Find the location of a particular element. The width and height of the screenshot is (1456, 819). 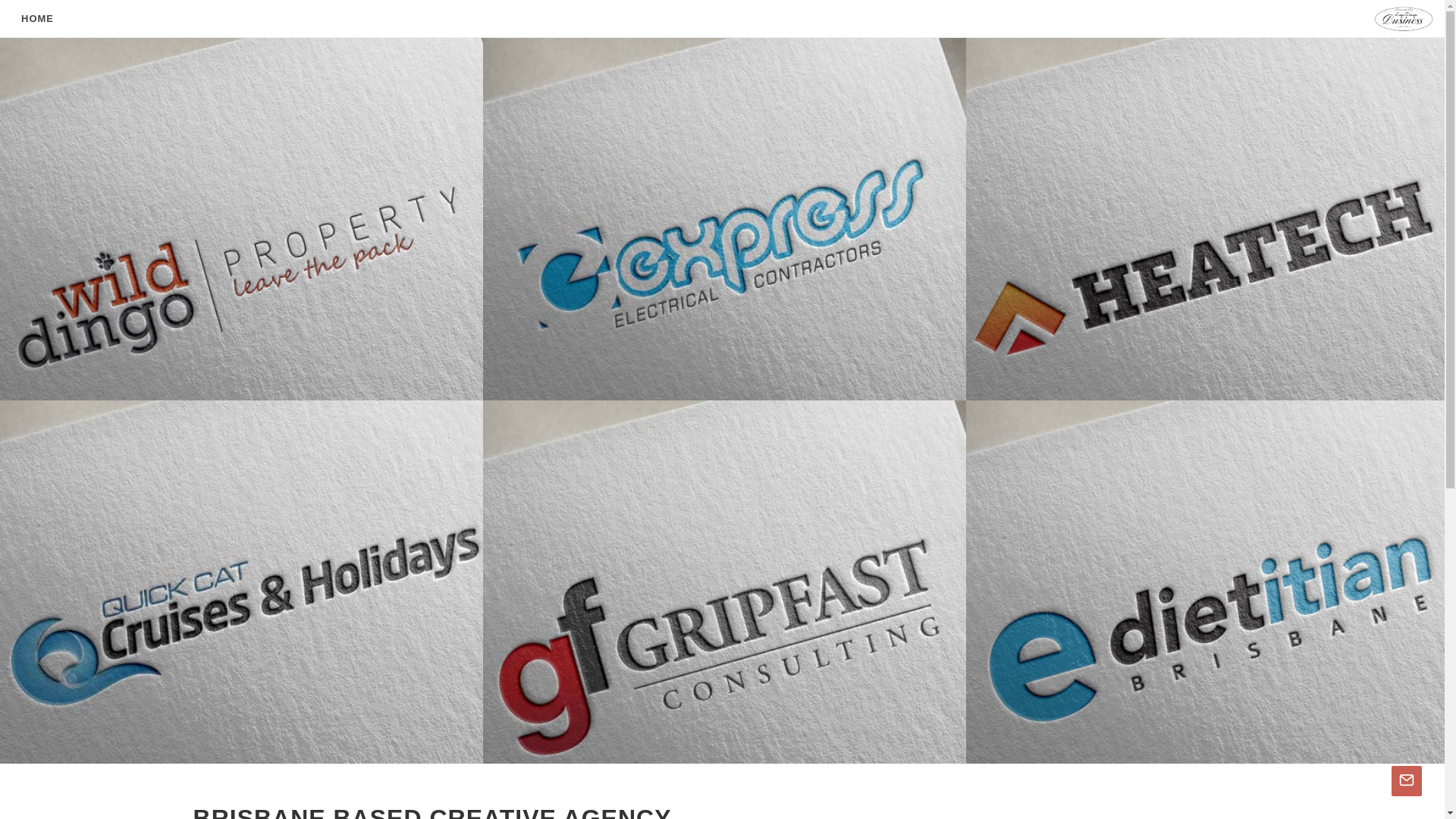

'HOME' is located at coordinates (37, 18).